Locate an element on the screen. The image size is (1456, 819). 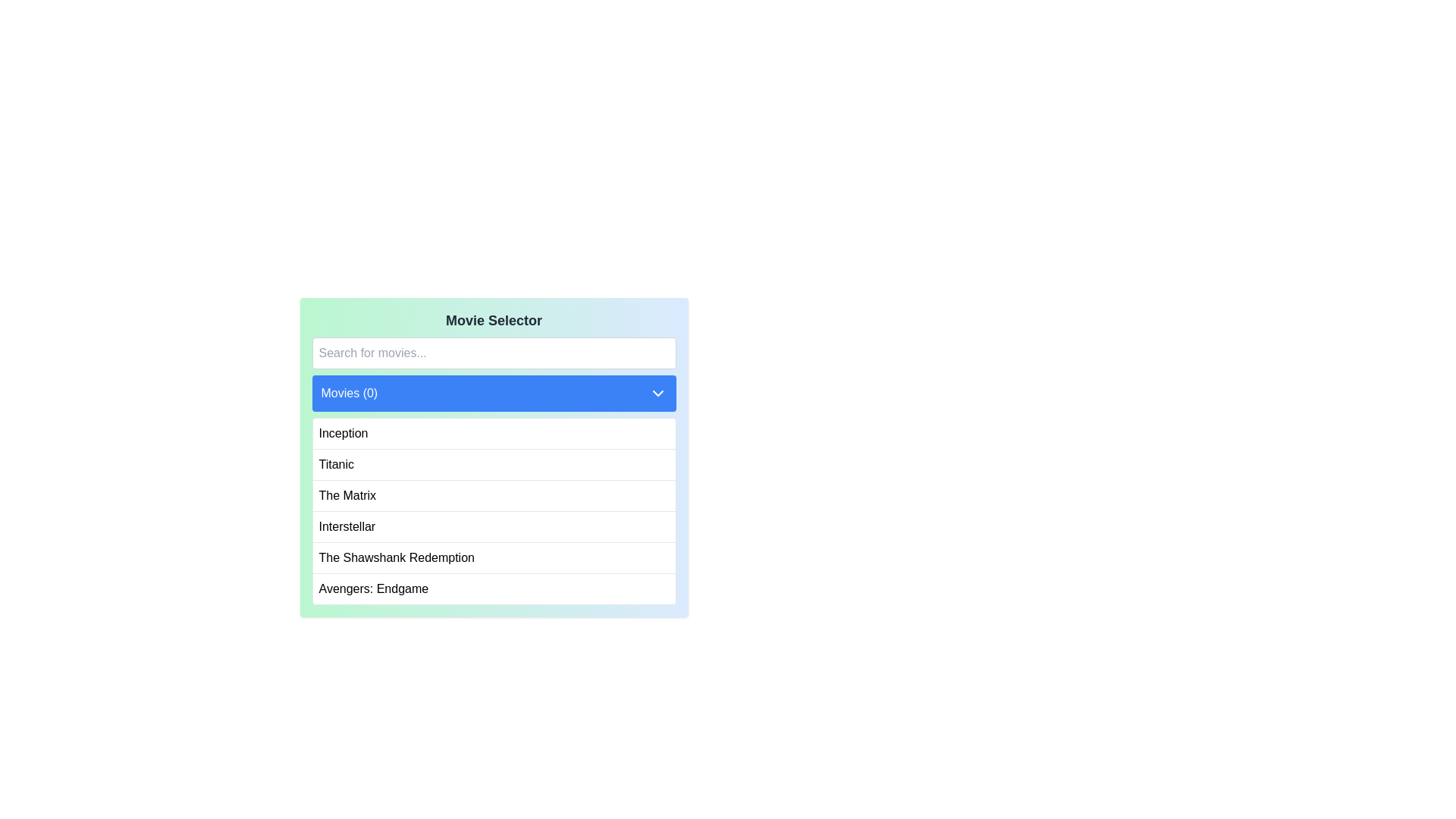
the dropdown list item titled 'Titanic' is located at coordinates (494, 457).